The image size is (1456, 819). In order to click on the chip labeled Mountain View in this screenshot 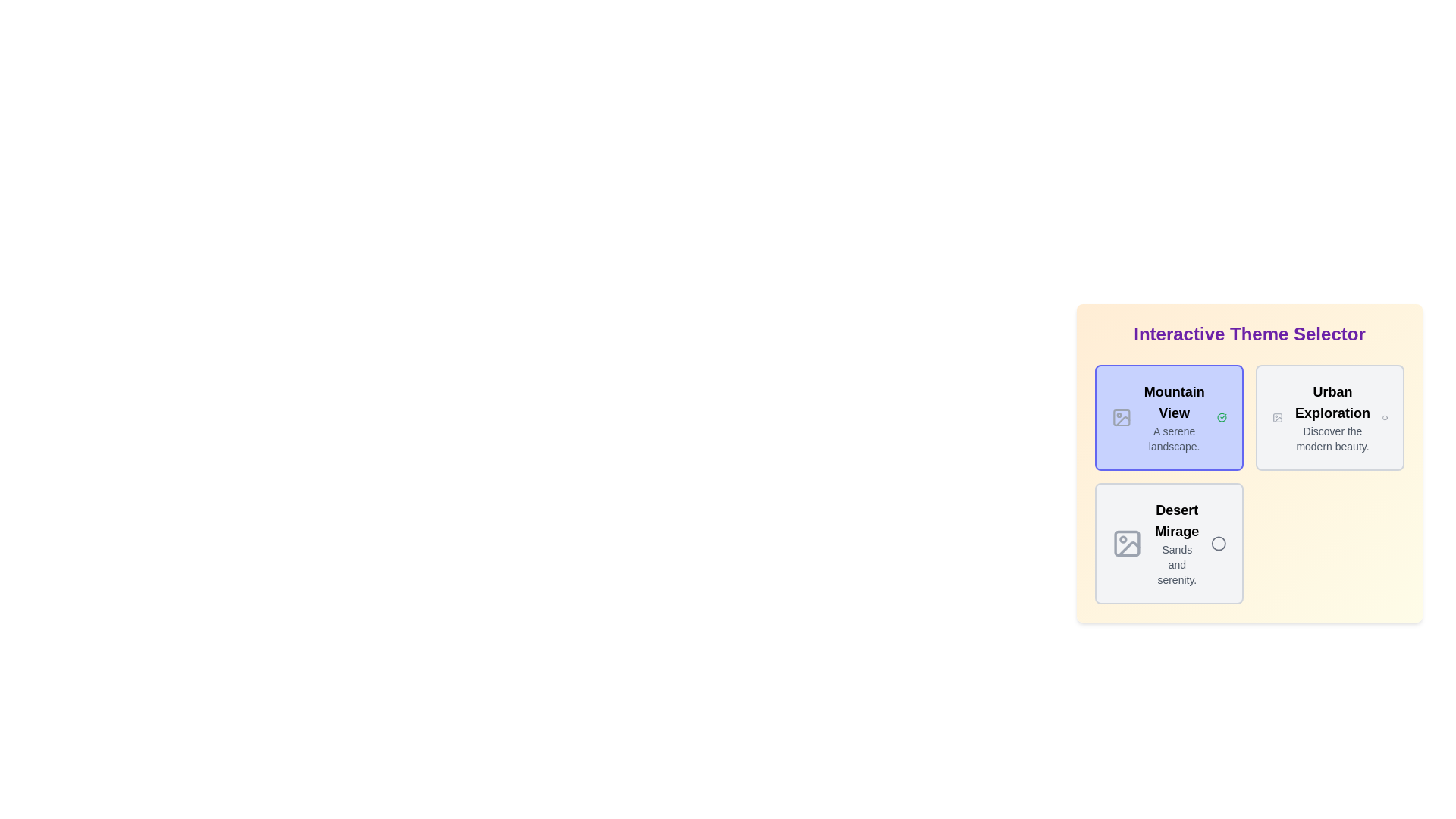, I will do `click(1168, 418)`.